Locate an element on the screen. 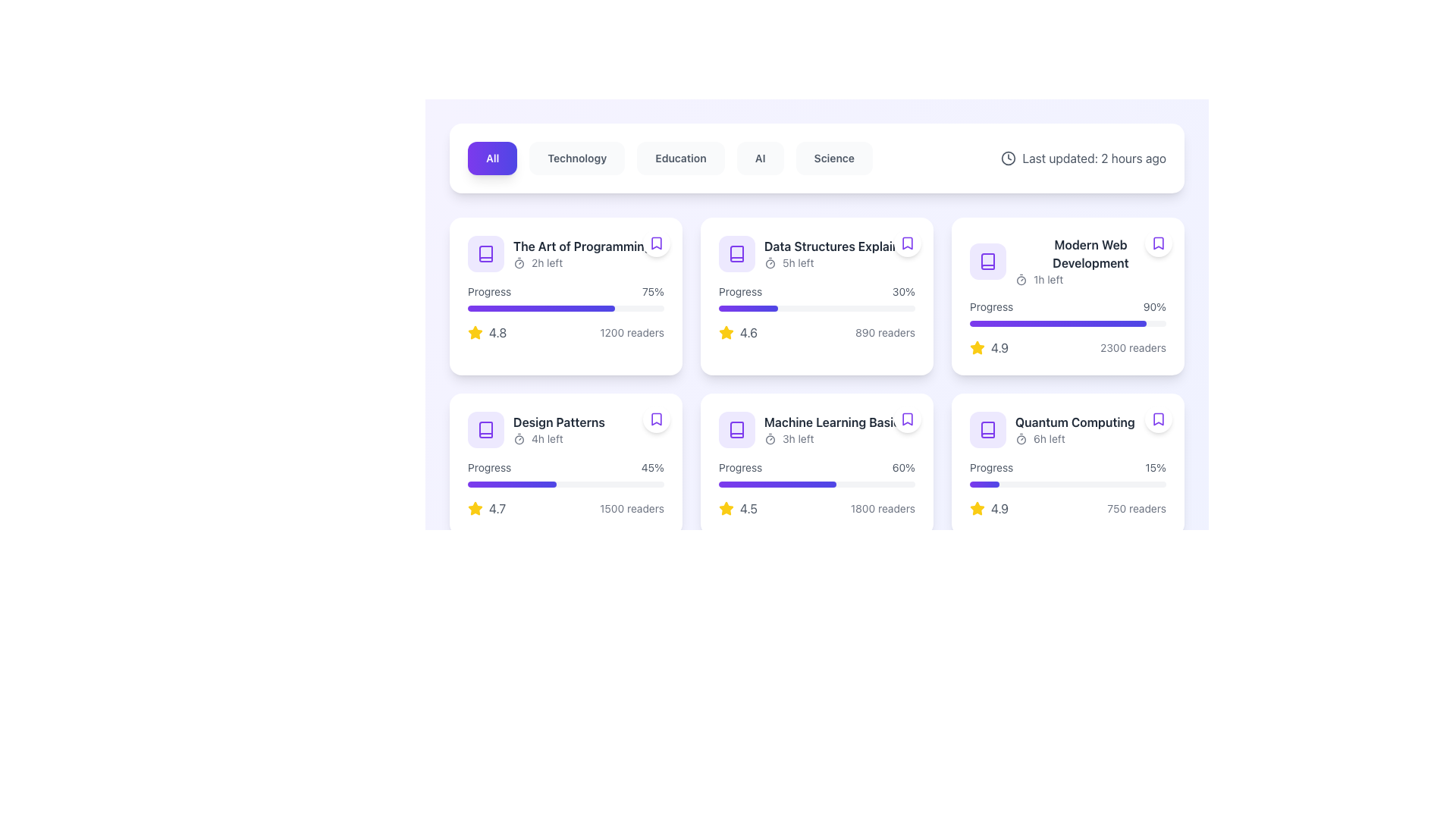 The image size is (1456, 819). the text label or header titled 'Machine Learning Basics' is located at coordinates (834, 422).